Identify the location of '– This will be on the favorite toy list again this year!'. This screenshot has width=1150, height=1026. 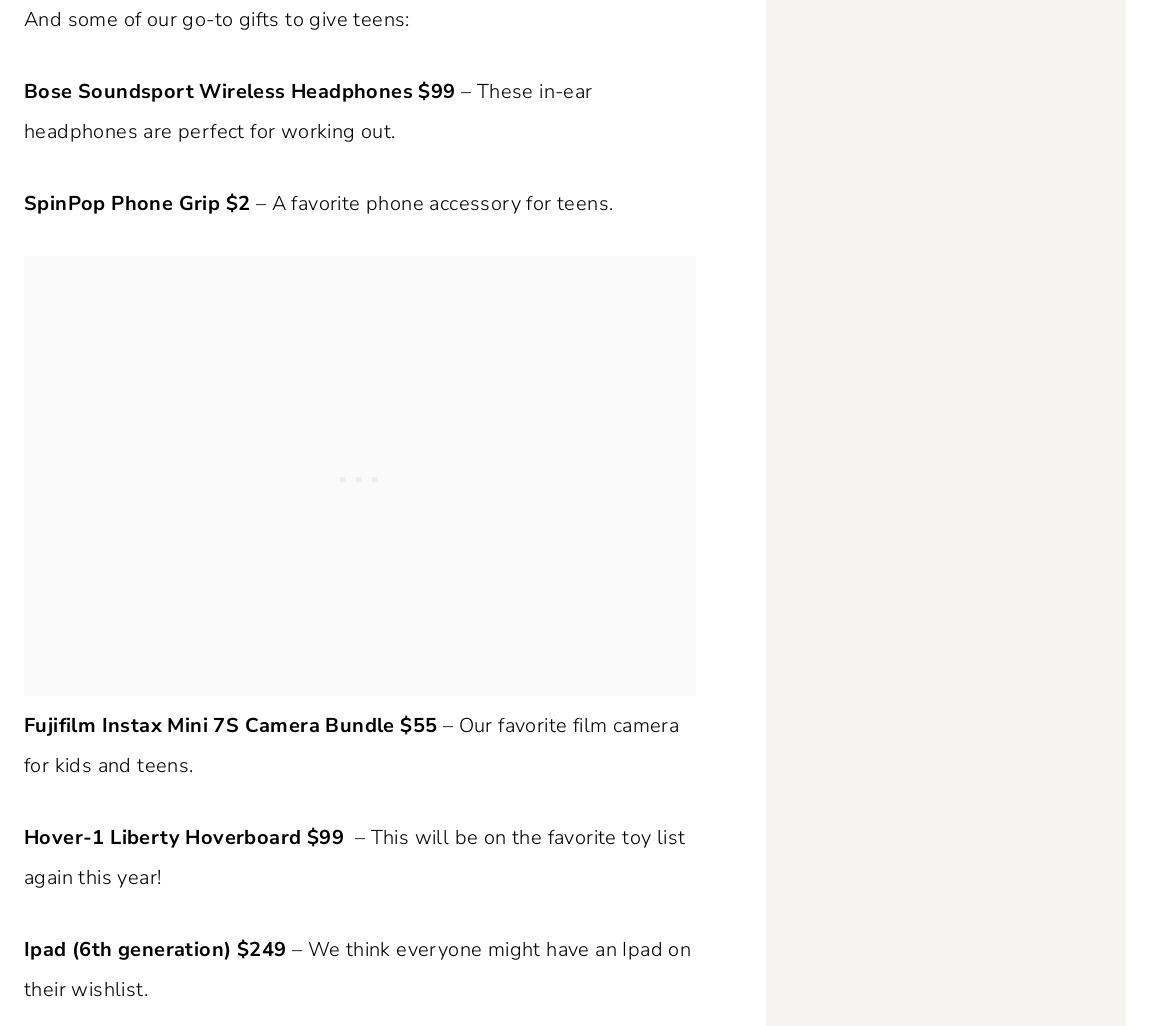
(354, 857).